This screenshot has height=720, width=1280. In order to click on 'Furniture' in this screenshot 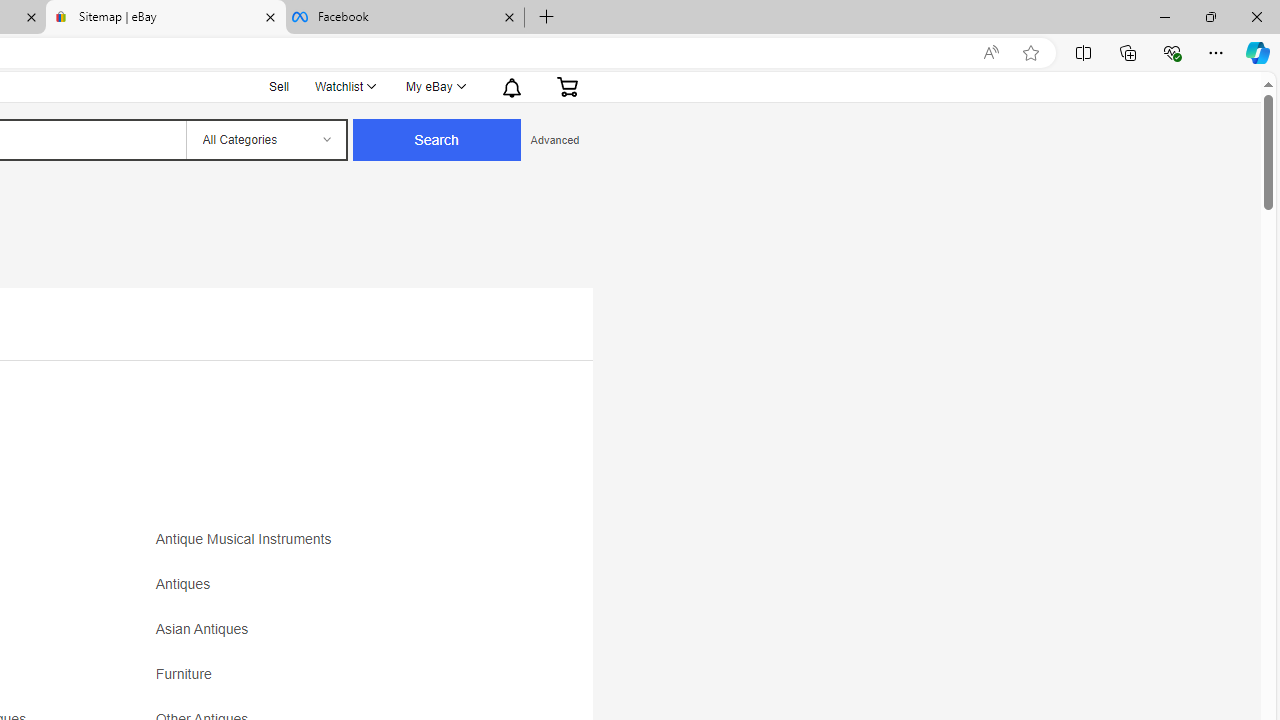, I will do `click(332, 680)`.